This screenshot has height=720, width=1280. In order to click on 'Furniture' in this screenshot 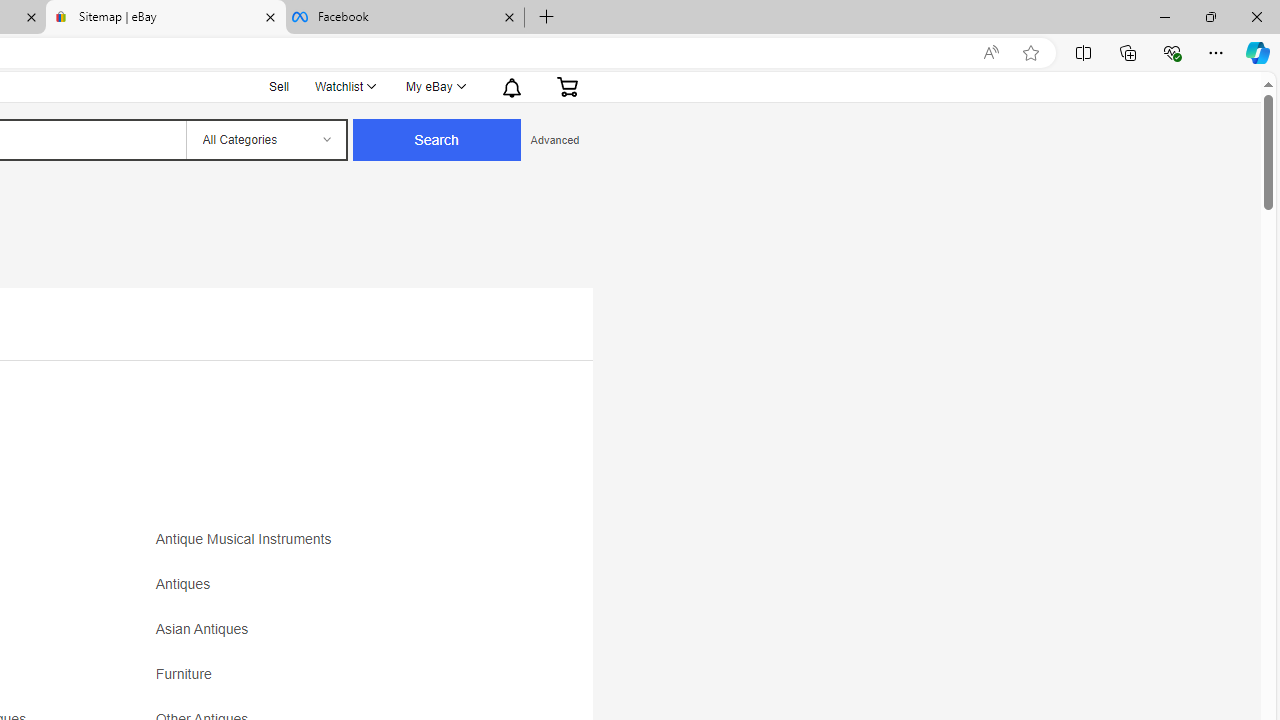, I will do `click(332, 680)`.